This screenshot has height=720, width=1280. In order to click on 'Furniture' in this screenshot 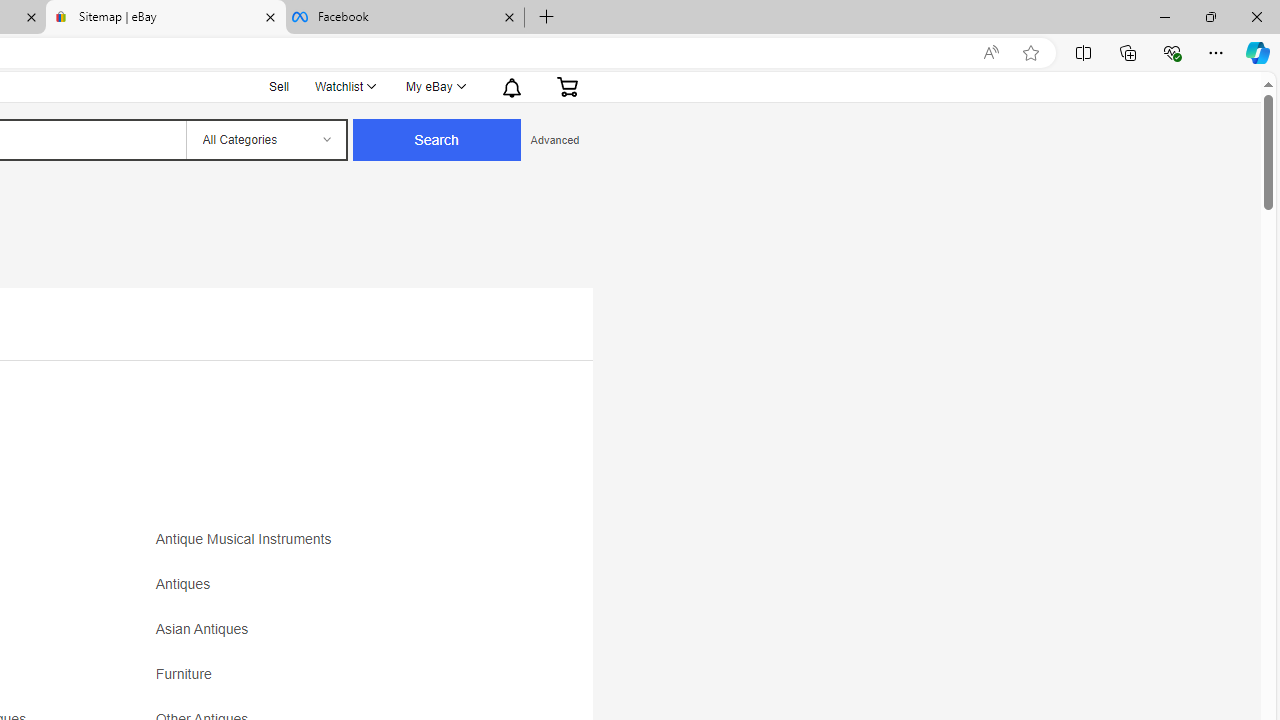, I will do `click(332, 680)`.